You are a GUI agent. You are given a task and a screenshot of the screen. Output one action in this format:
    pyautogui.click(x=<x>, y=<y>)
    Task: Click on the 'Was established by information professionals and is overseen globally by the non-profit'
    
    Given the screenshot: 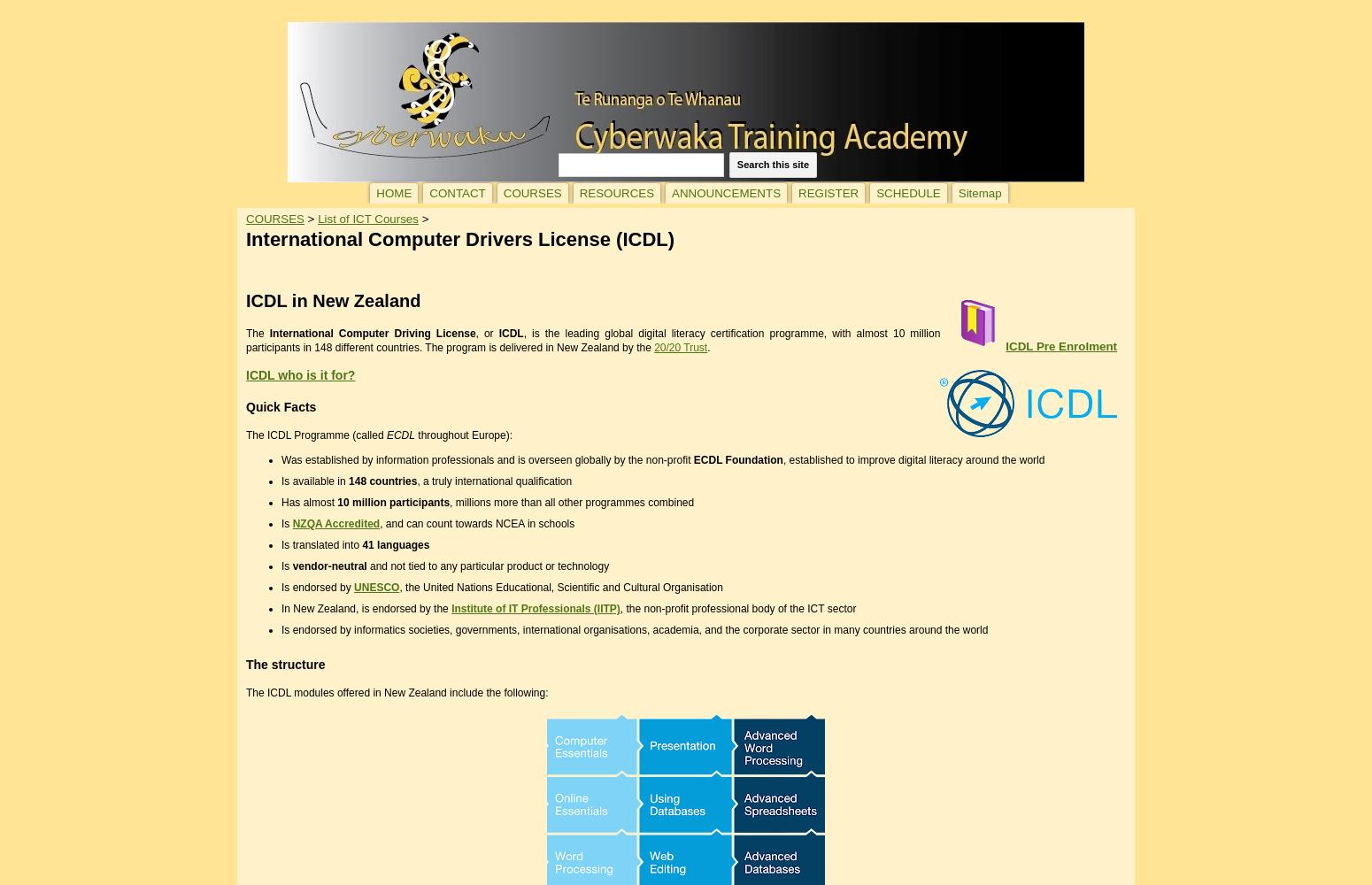 What is the action you would take?
    pyautogui.click(x=487, y=459)
    